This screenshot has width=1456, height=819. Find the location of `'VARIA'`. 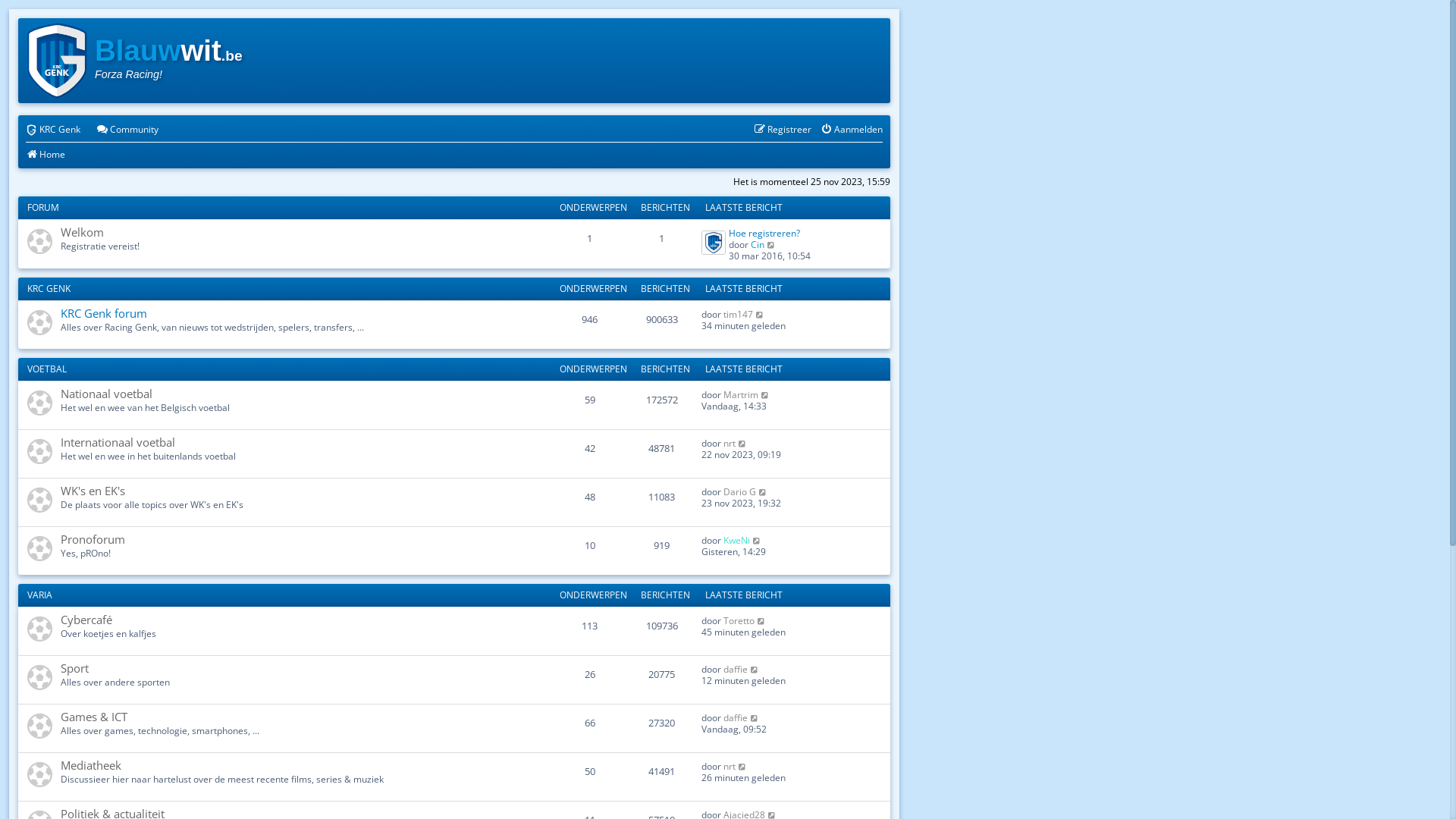

'VARIA' is located at coordinates (39, 594).